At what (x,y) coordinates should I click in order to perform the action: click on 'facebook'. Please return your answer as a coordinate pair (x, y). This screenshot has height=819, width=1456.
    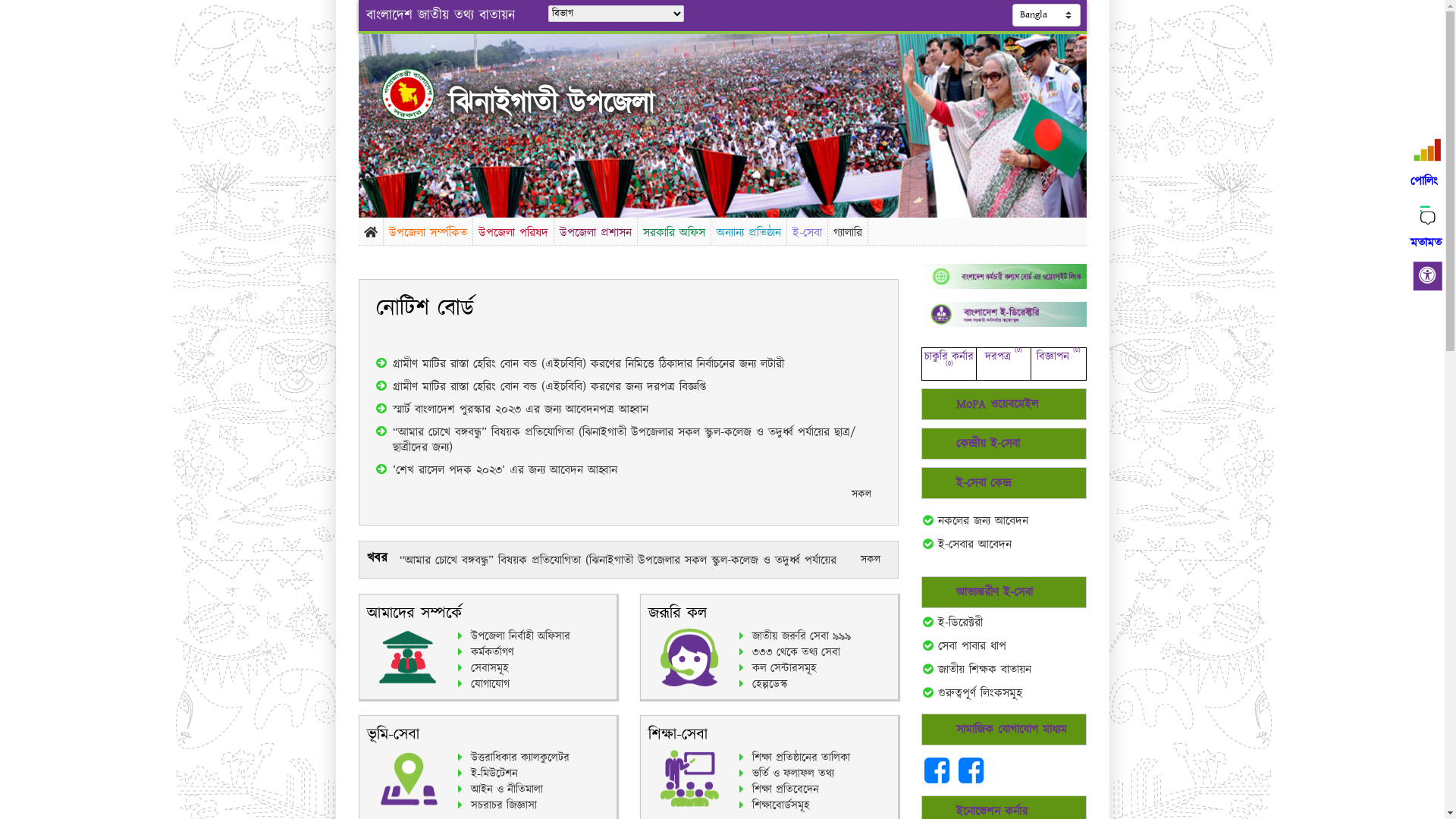
    Looking at the image, I should click on (971, 778).